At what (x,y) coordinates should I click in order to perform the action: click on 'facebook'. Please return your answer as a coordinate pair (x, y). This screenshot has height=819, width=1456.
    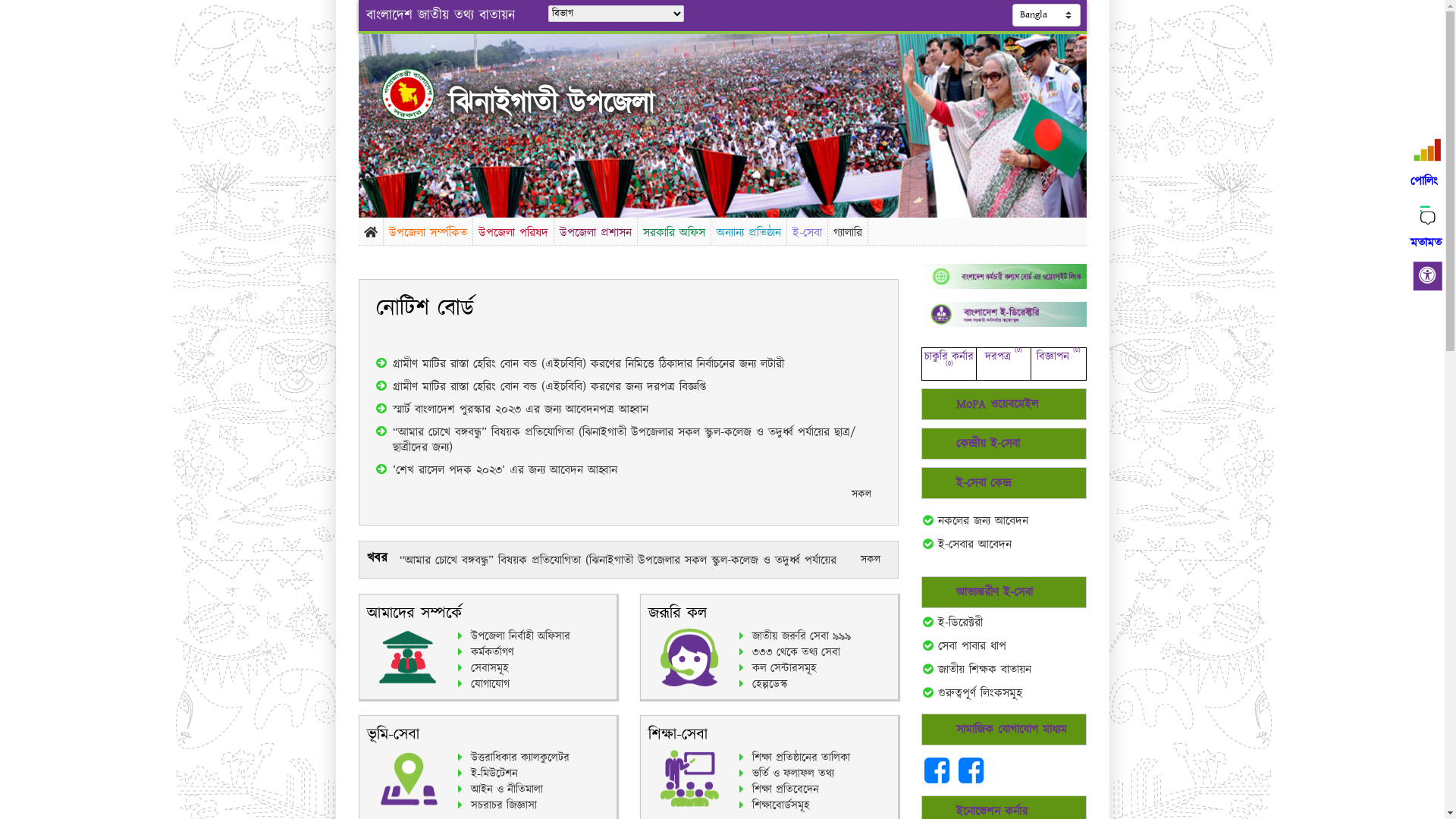
    Looking at the image, I should click on (971, 778).